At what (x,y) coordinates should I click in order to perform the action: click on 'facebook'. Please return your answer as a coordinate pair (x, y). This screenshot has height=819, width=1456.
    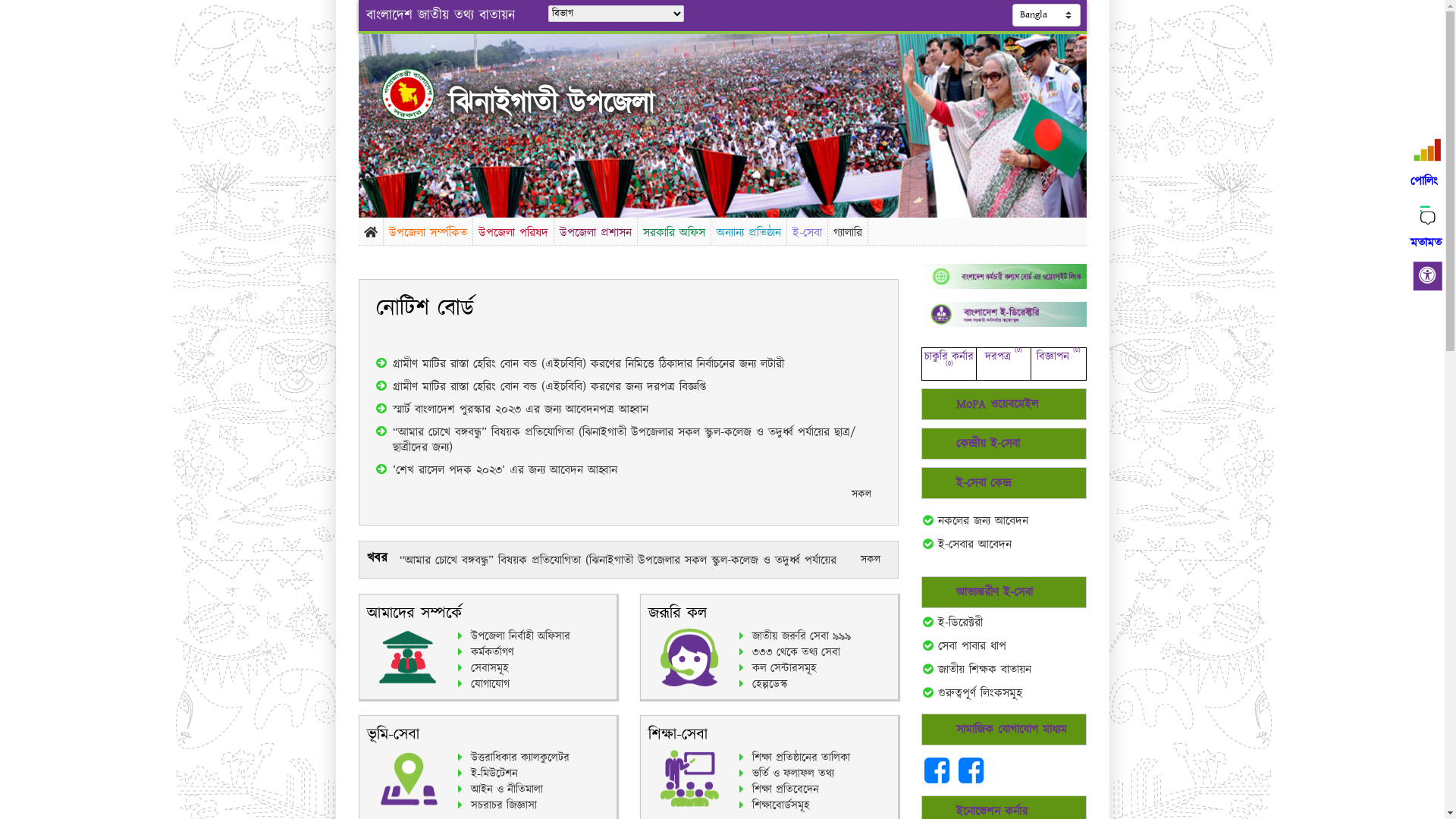
    Looking at the image, I should click on (971, 778).